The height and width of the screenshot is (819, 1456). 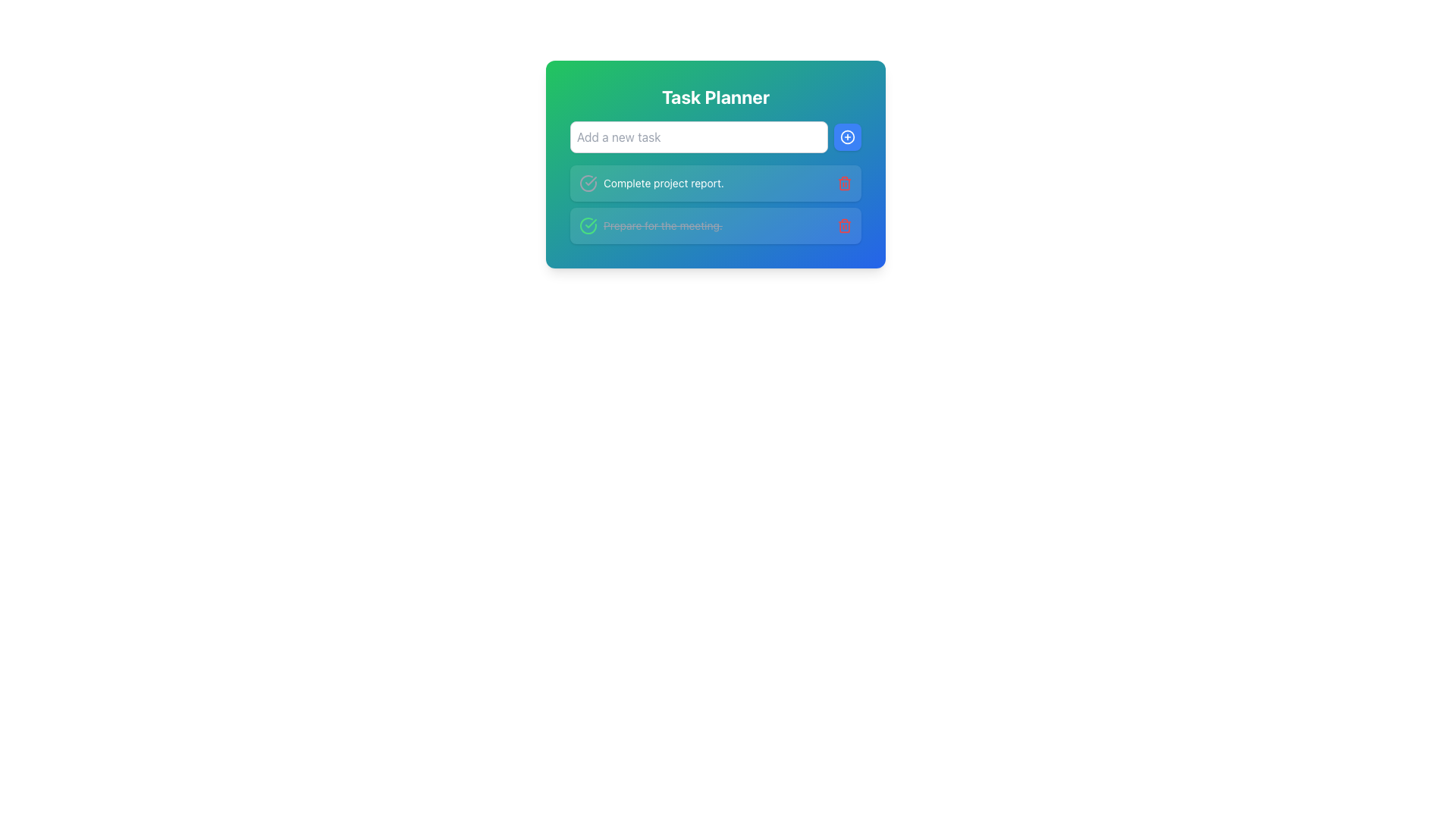 What do you see at coordinates (715, 183) in the screenshot?
I see `the 'Complete project report.' text within the first task item in the task planner interface` at bounding box center [715, 183].